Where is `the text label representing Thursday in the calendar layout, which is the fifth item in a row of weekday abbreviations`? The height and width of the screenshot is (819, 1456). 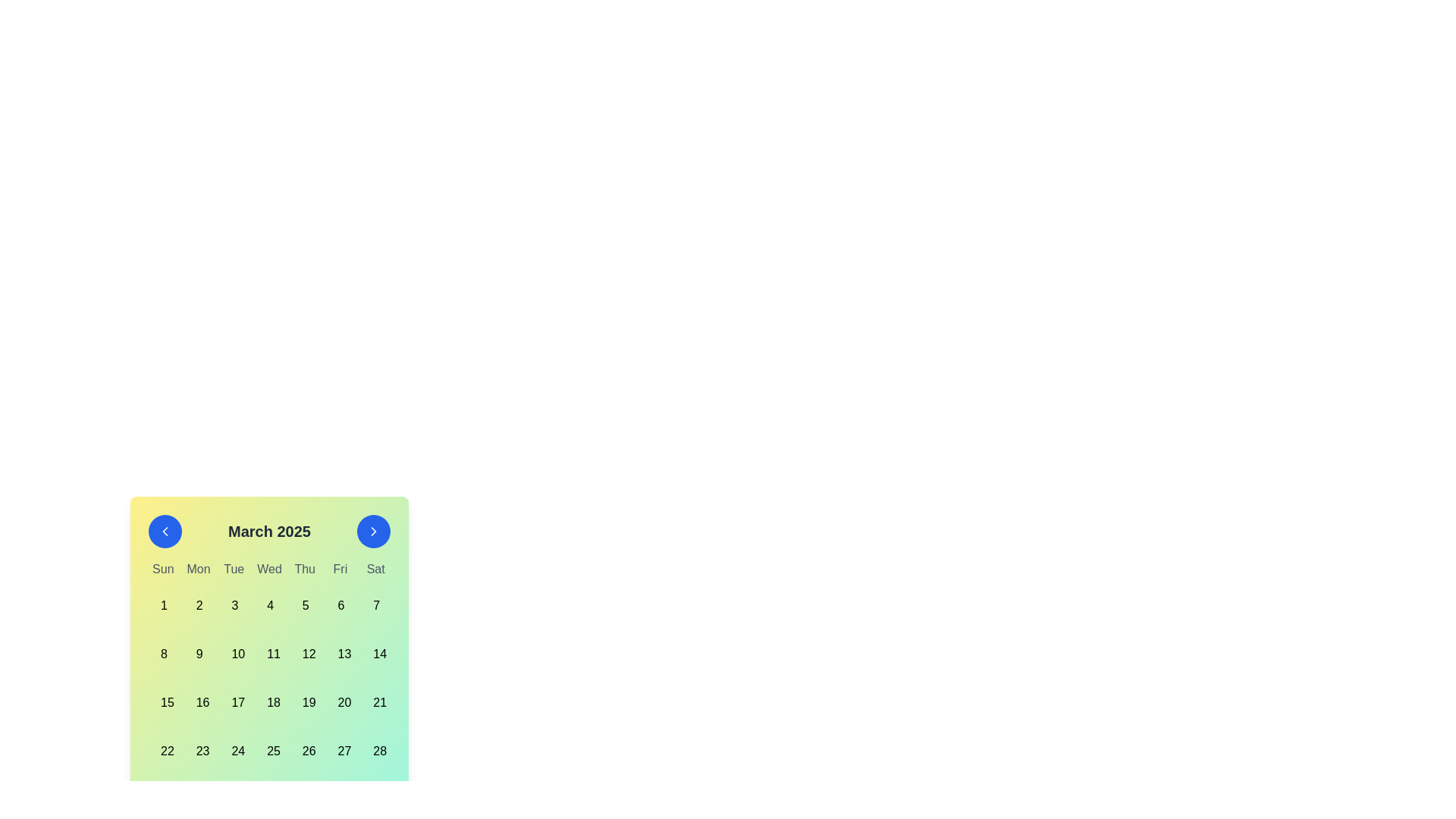 the text label representing Thursday in the calendar layout, which is the fifth item in a row of weekday abbreviations is located at coordinates (304, 570).